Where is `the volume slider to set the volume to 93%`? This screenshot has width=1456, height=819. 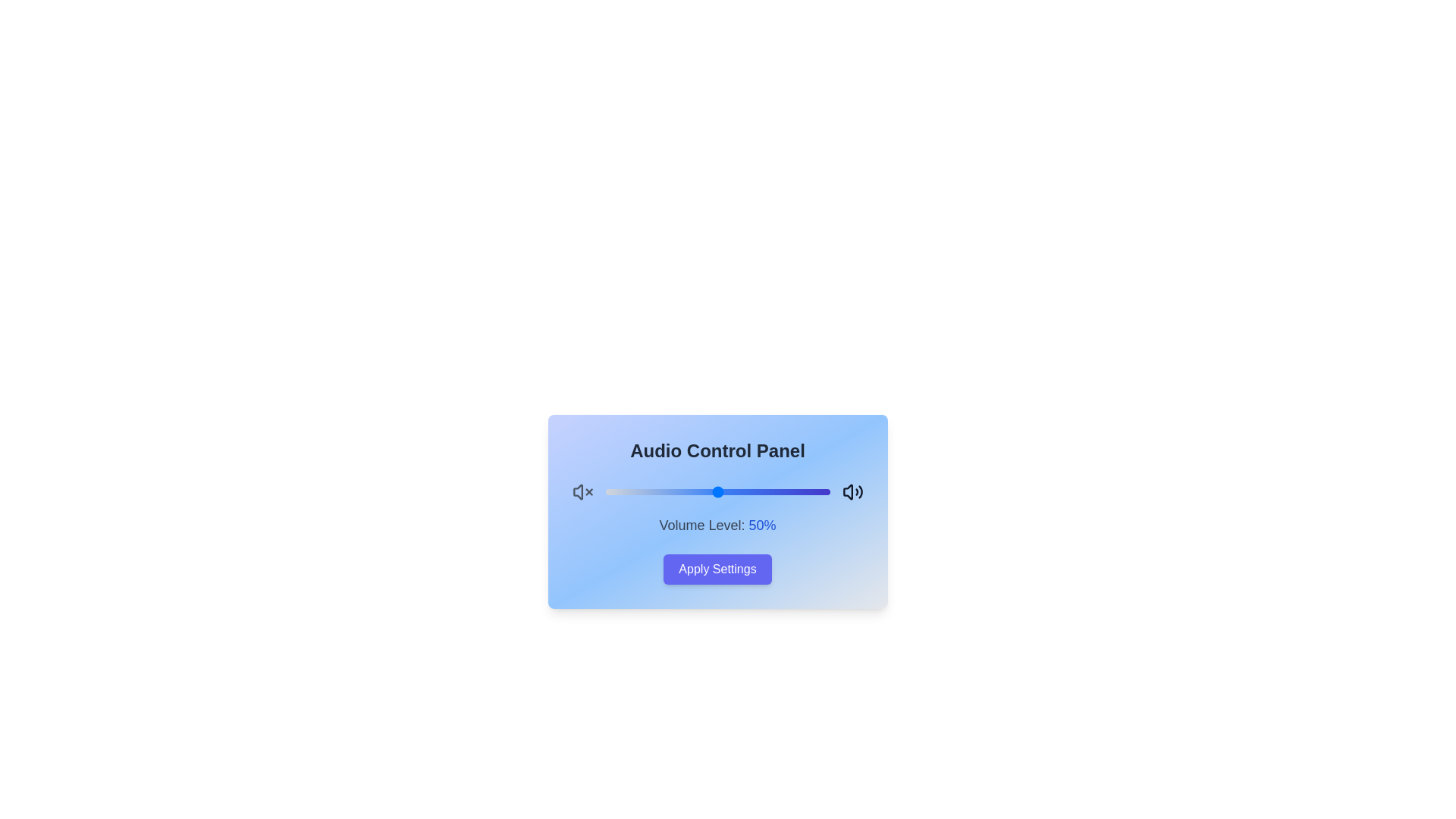
the volume slider to set the volume to 93% is located at coordinates (813, 491).